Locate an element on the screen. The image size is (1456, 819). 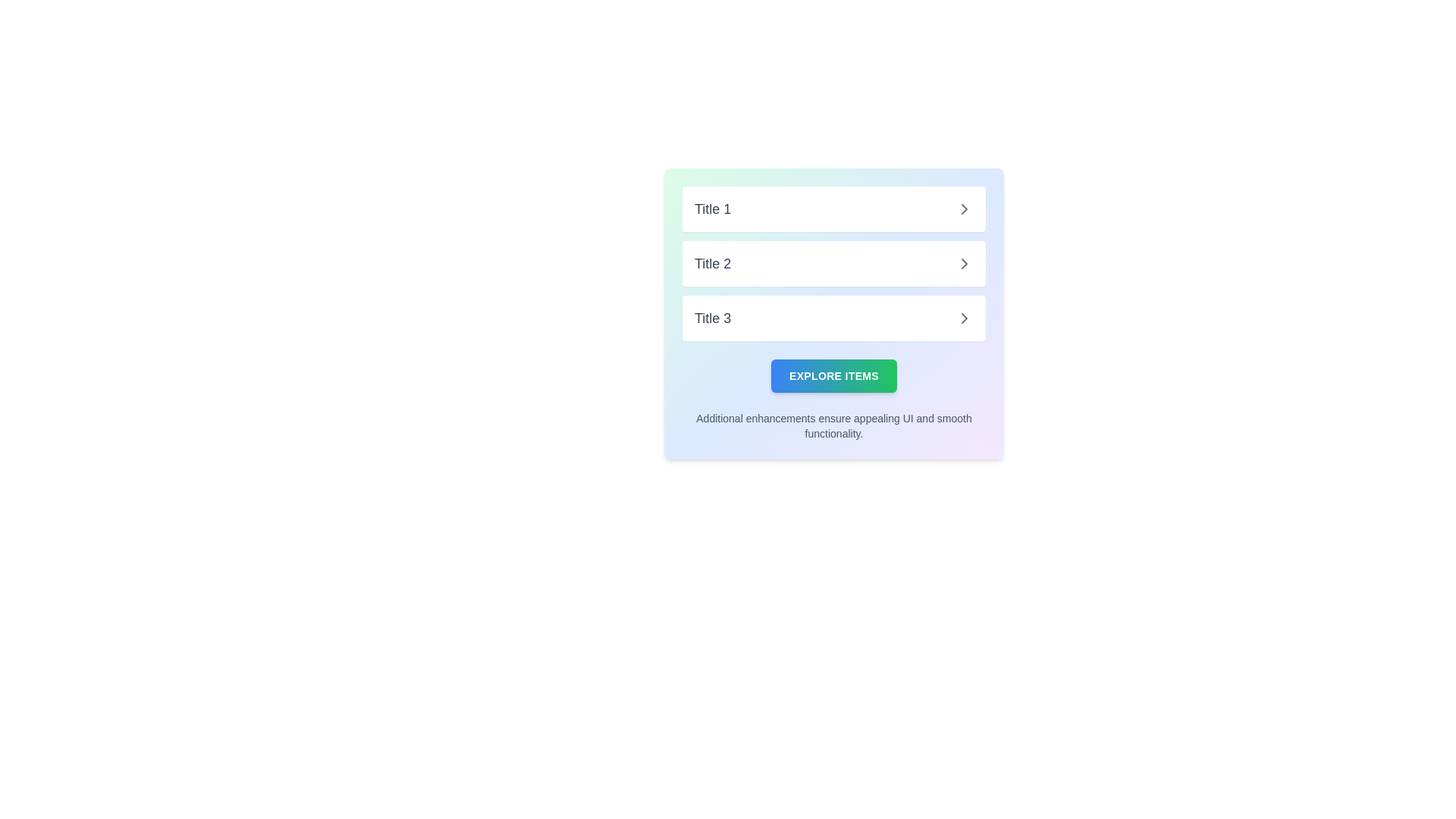
the Chevron Icon located at the far right of the 'Title 3' row, indicating it is expandable or navigable is located at coordinates (964, 318).